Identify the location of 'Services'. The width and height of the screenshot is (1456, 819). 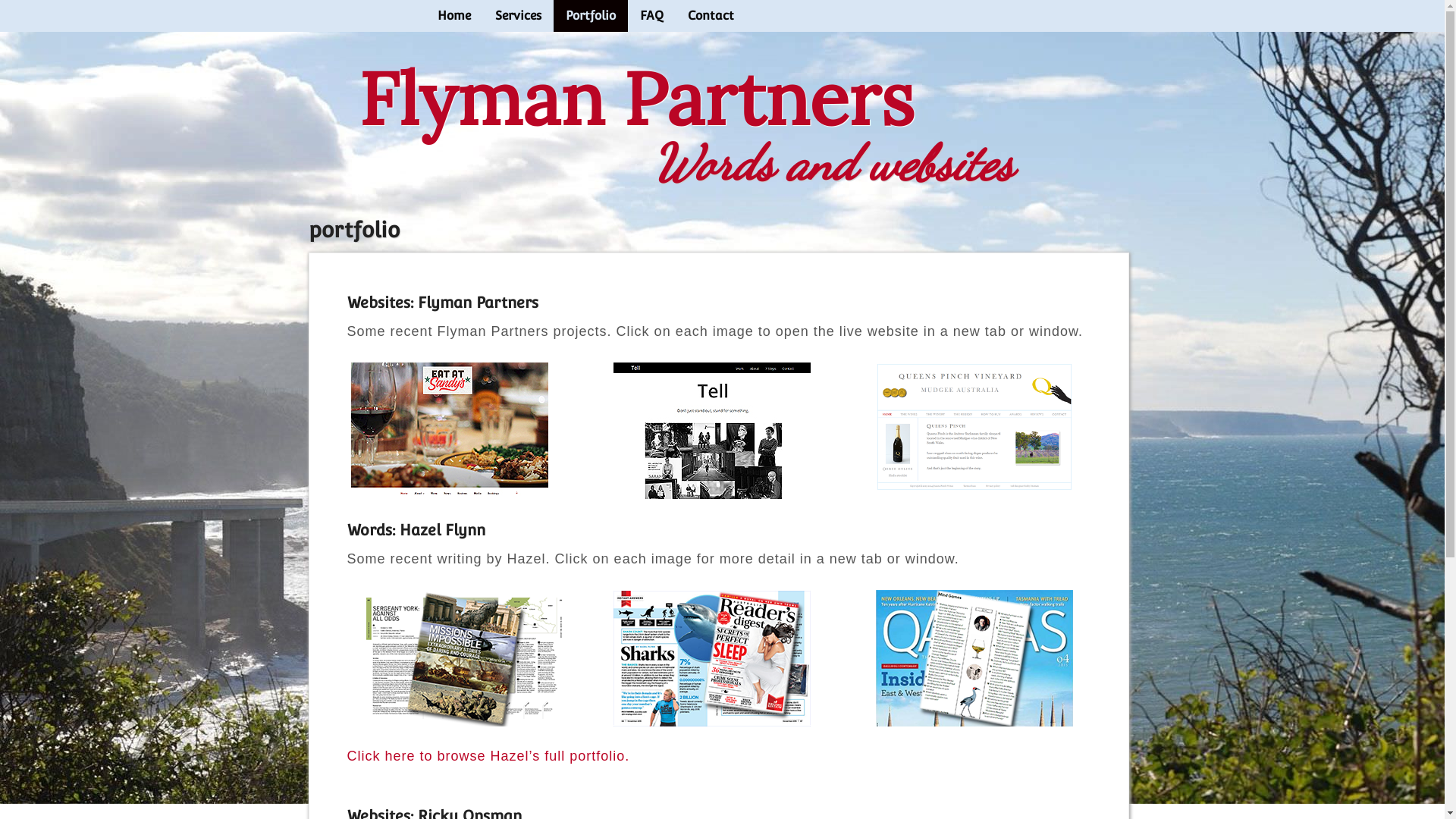
(517, 15).